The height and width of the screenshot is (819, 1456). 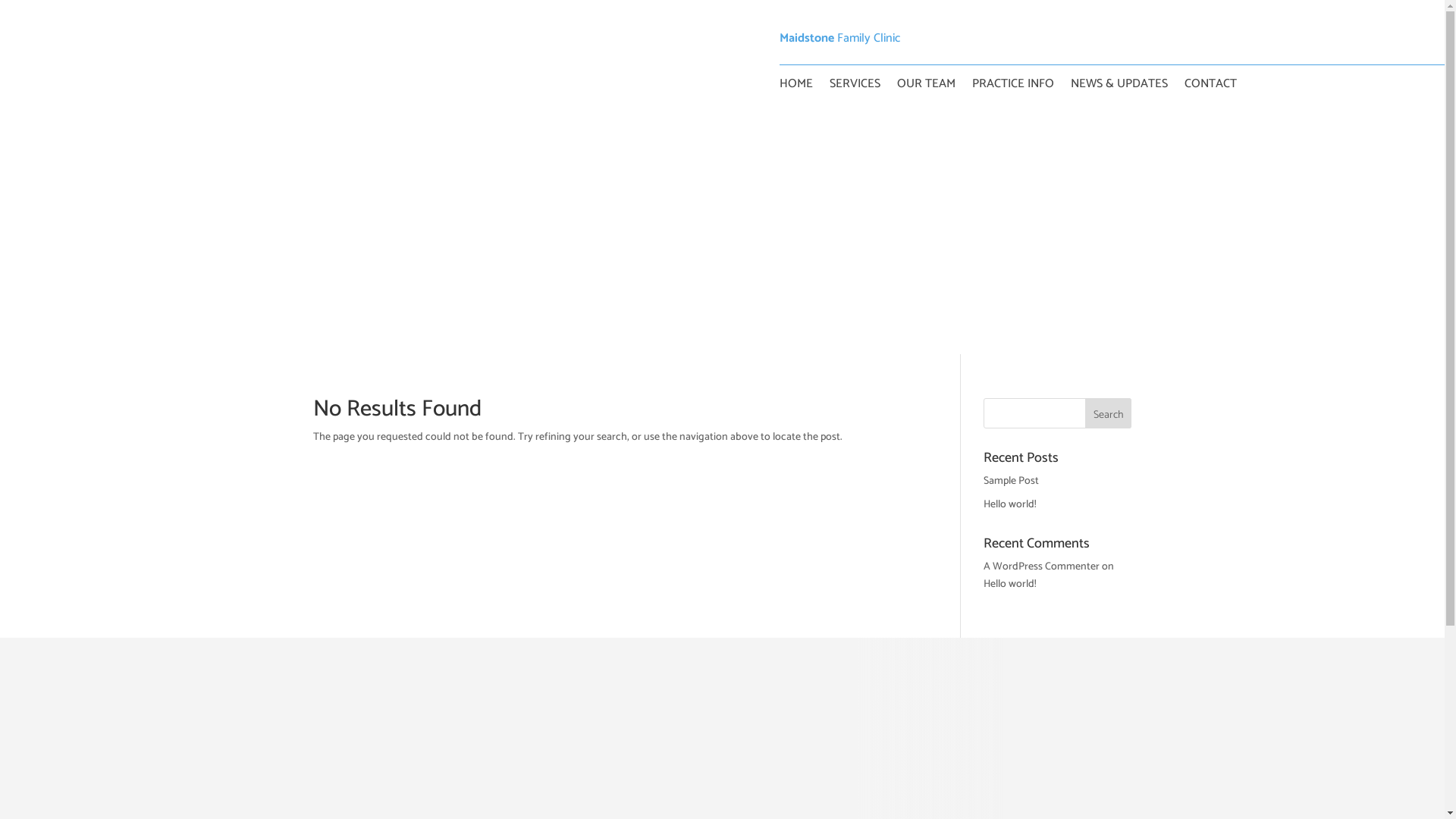 What do you see at coordinates (1119, 87) in the screenshot?
I see `'NEWS & UPDATES'` at bounding box center [1119, 87].